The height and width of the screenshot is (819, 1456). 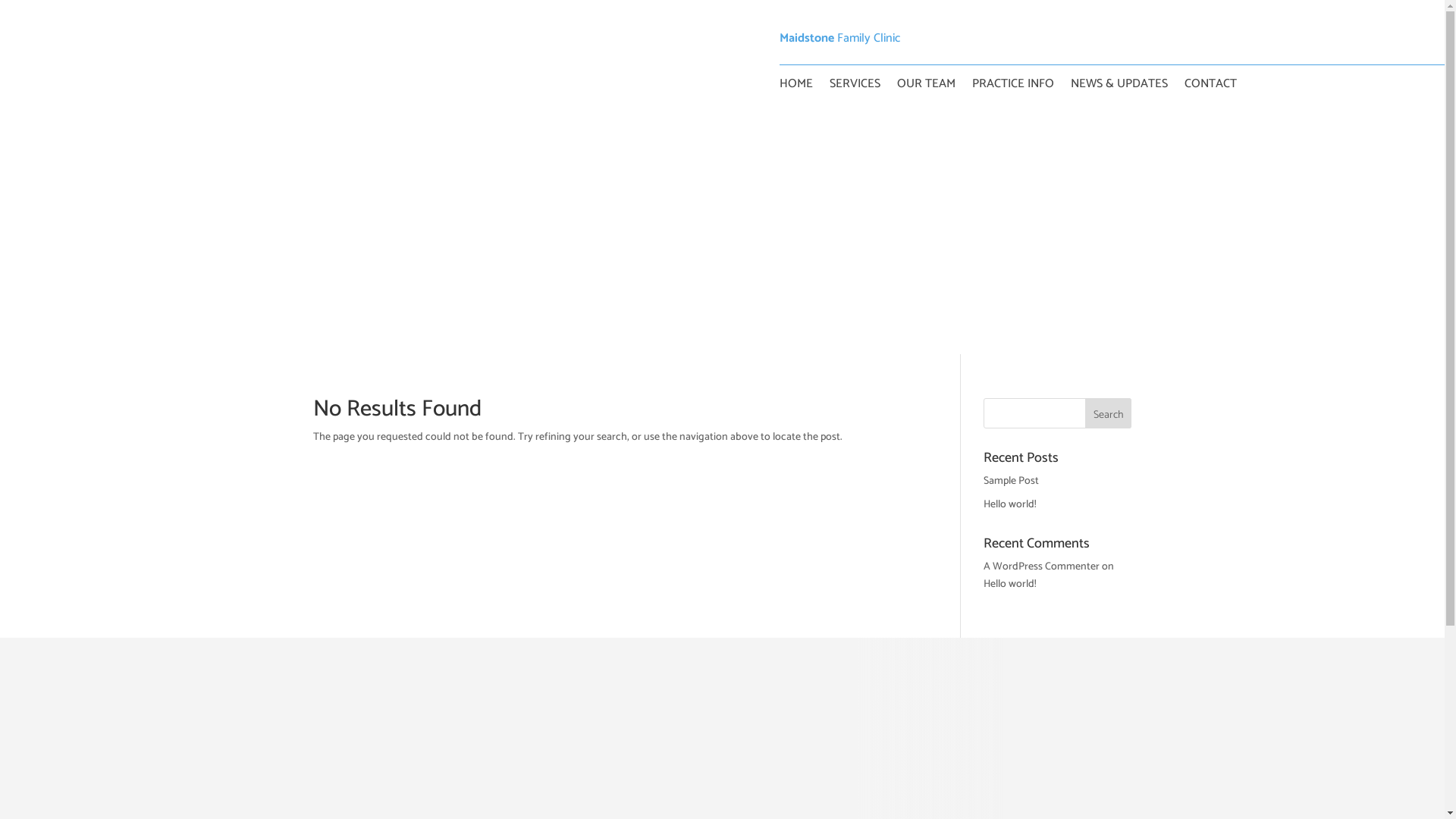 What do you see at coordinates (1119, 87) in the screenshot?
I see `'NEWS & UPDATES'` at bounding box center [1119, 87].